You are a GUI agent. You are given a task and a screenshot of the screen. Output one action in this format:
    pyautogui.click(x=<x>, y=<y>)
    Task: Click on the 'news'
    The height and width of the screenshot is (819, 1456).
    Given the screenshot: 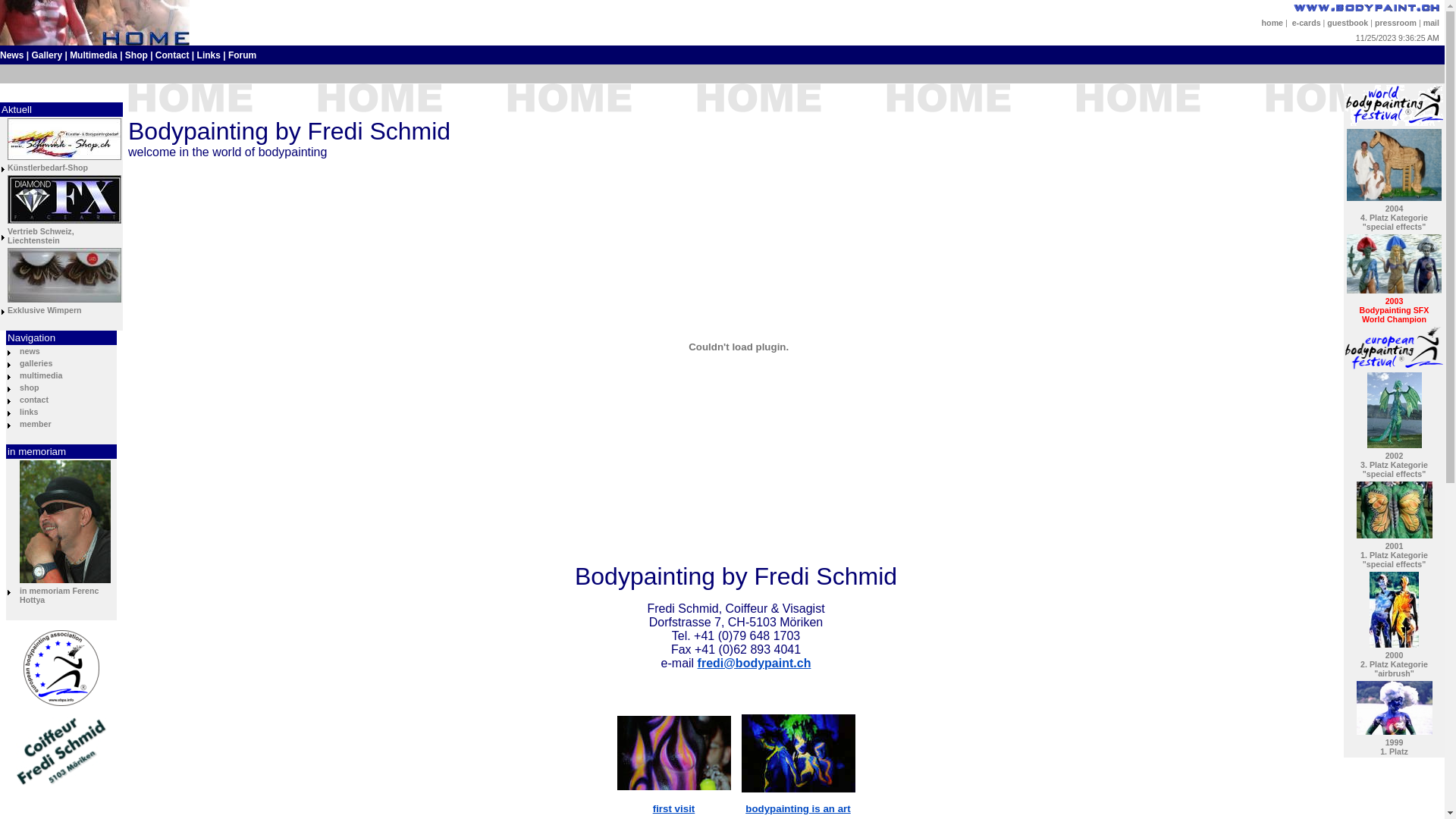 What is the action you would take?
    pyautogui.click(x=19, y=350)
    